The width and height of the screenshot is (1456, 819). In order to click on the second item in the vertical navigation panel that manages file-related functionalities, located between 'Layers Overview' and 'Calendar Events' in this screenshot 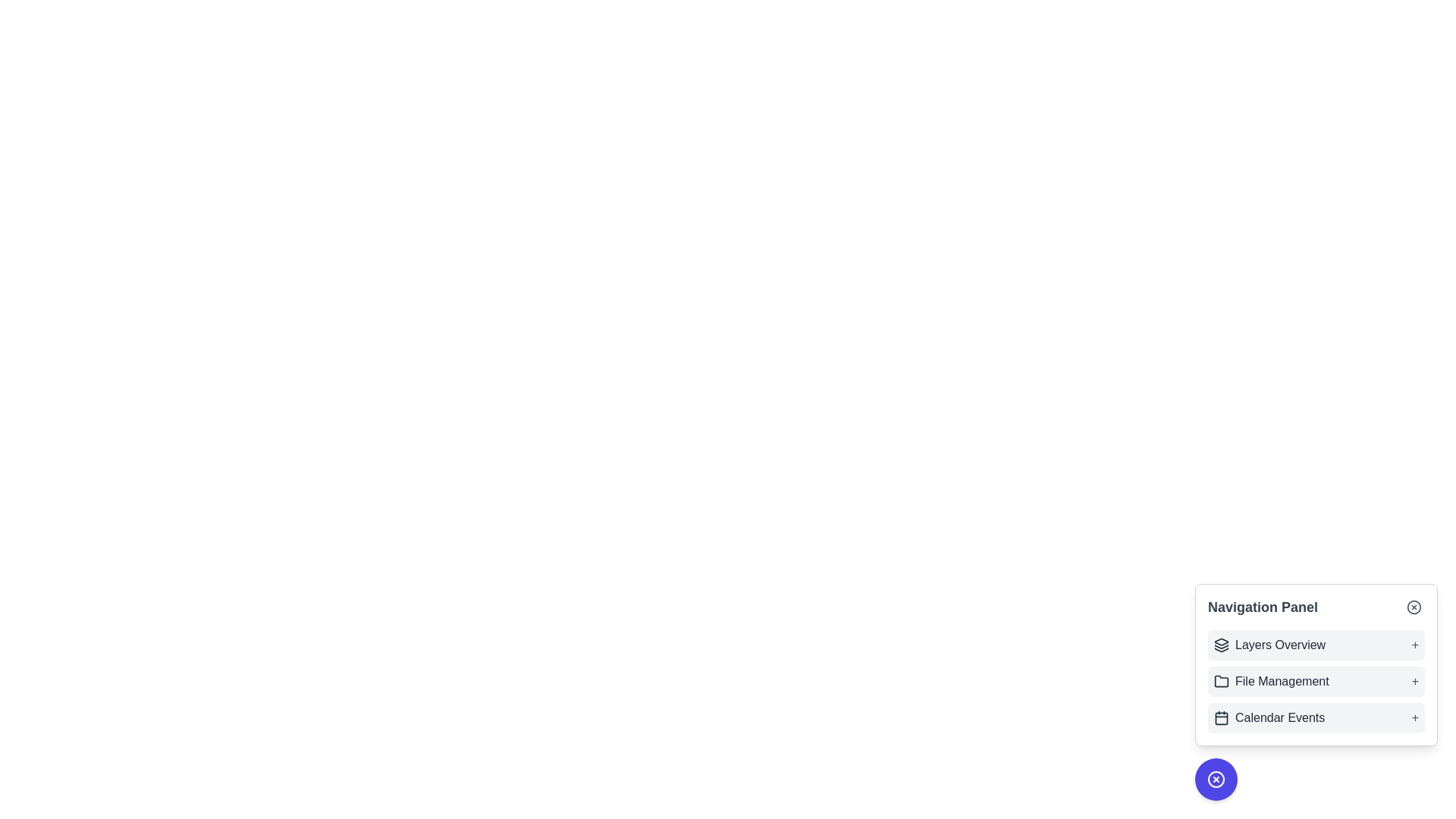, I will do `click(1316, 680)`.